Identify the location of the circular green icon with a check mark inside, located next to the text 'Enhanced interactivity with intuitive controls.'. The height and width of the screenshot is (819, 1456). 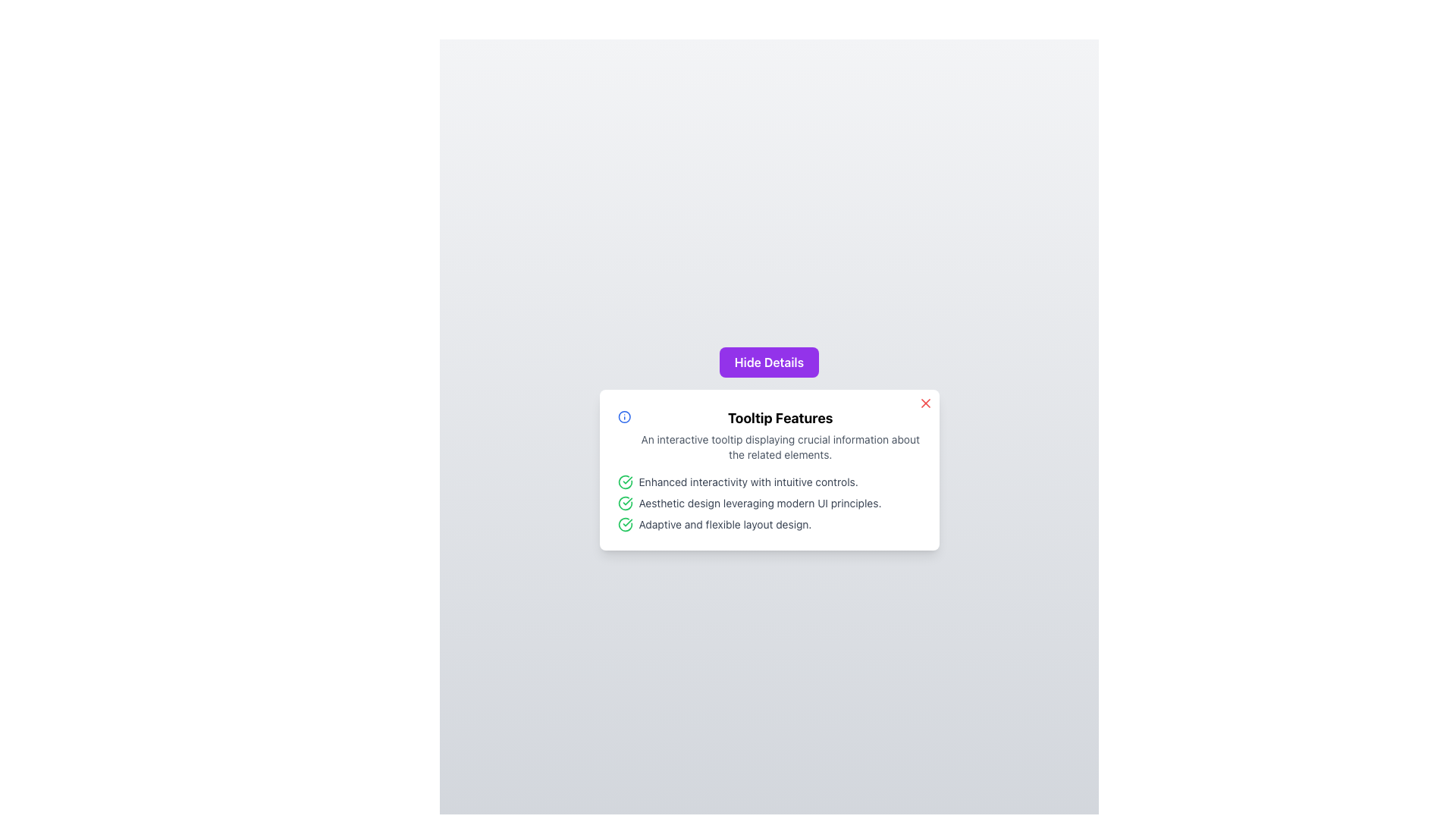
(625, 482).